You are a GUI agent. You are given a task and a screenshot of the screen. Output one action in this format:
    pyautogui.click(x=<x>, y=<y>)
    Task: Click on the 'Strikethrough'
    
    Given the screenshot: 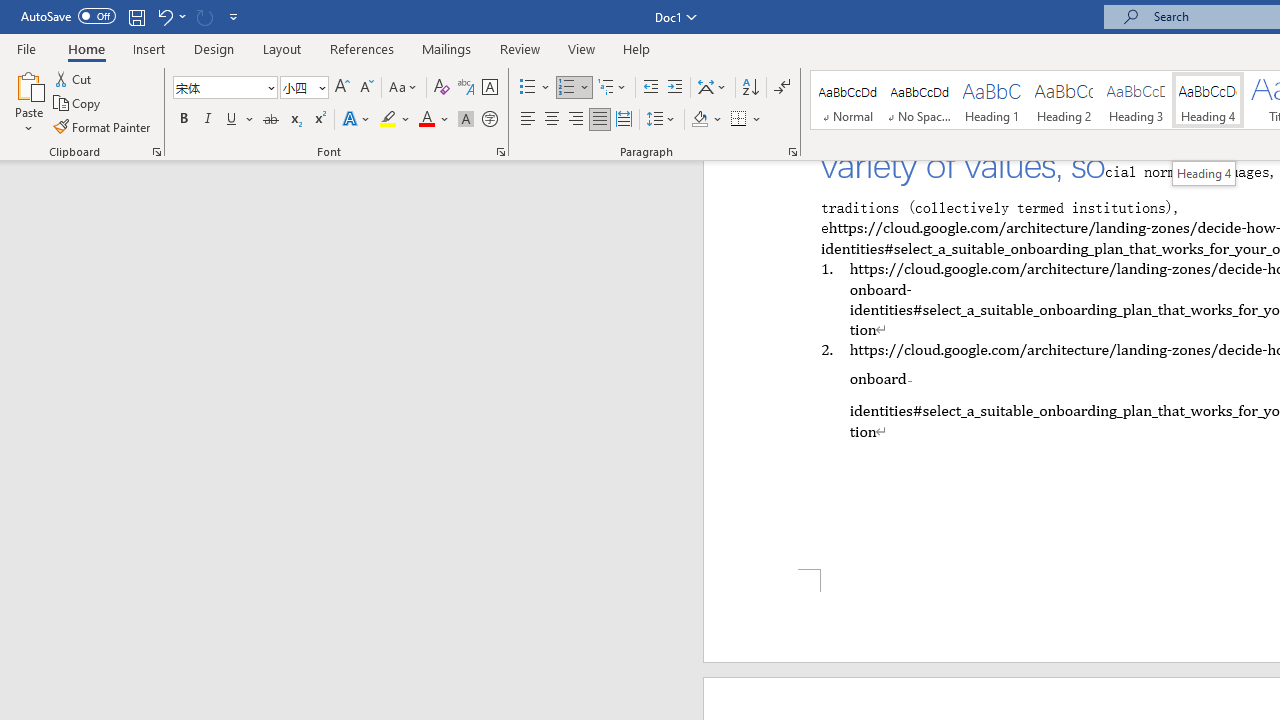 What is the action you would take?
    pyautogui.click(x=269, y=119)
    